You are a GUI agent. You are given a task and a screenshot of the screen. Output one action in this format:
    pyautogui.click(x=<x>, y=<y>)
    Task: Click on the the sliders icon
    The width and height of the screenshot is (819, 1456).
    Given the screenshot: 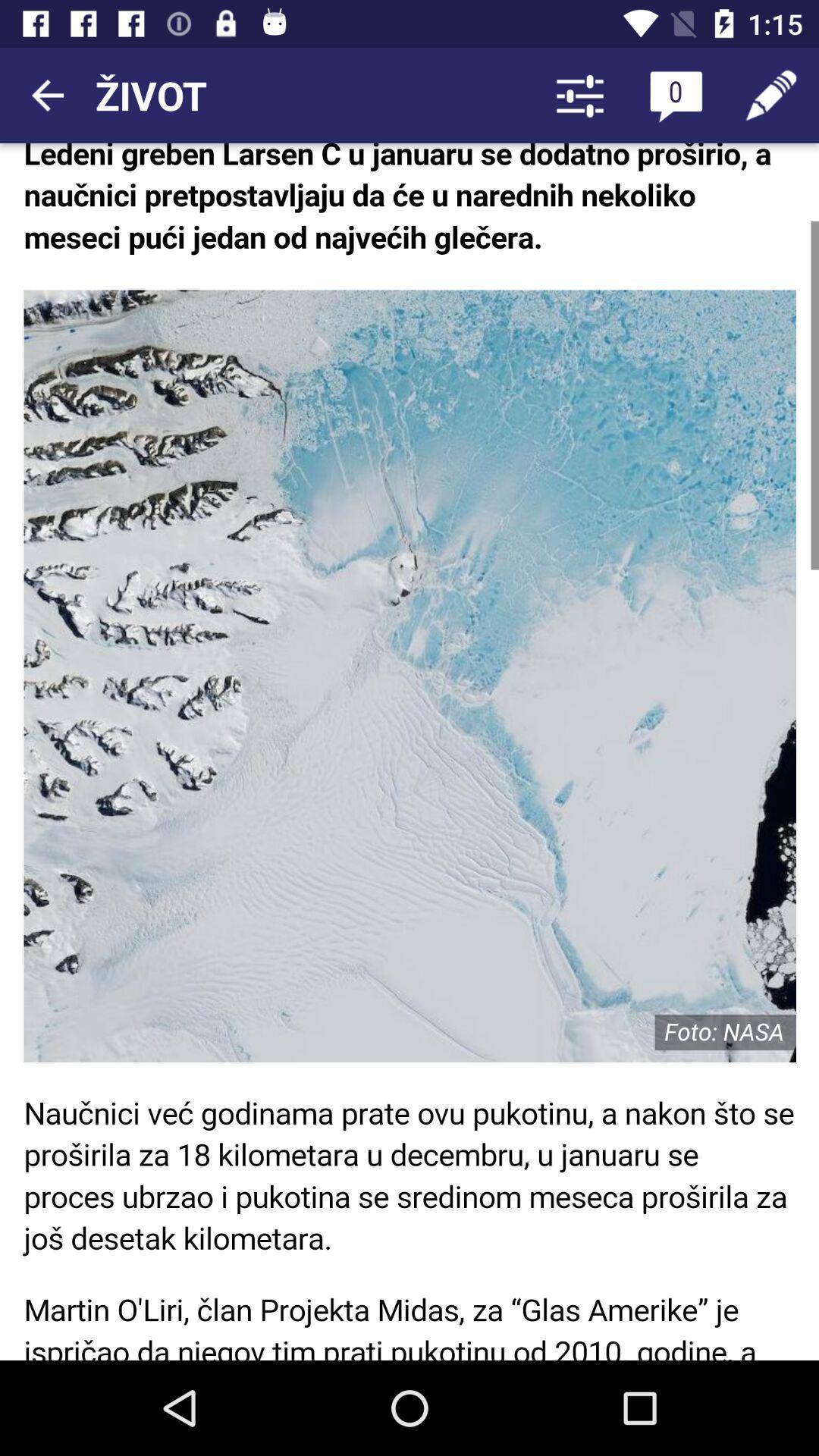 What is the action you would take?
    pyautogui.click(x=579, y=94)
    